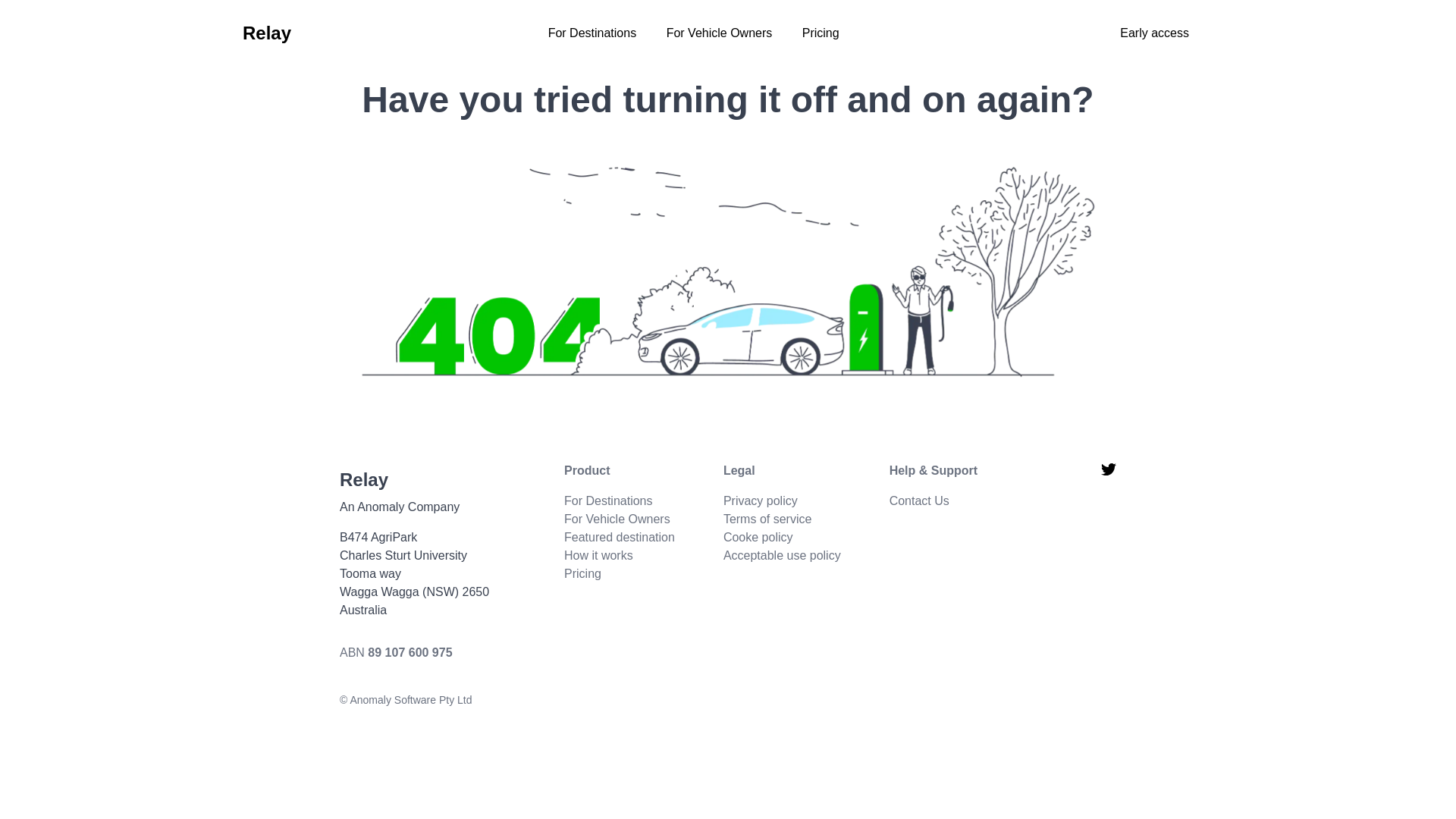 The height and width of the screenshot is (819, 1456). Describe the element at coordinates (782, 470) in the screenshot. I see `'Legal'` at that location.